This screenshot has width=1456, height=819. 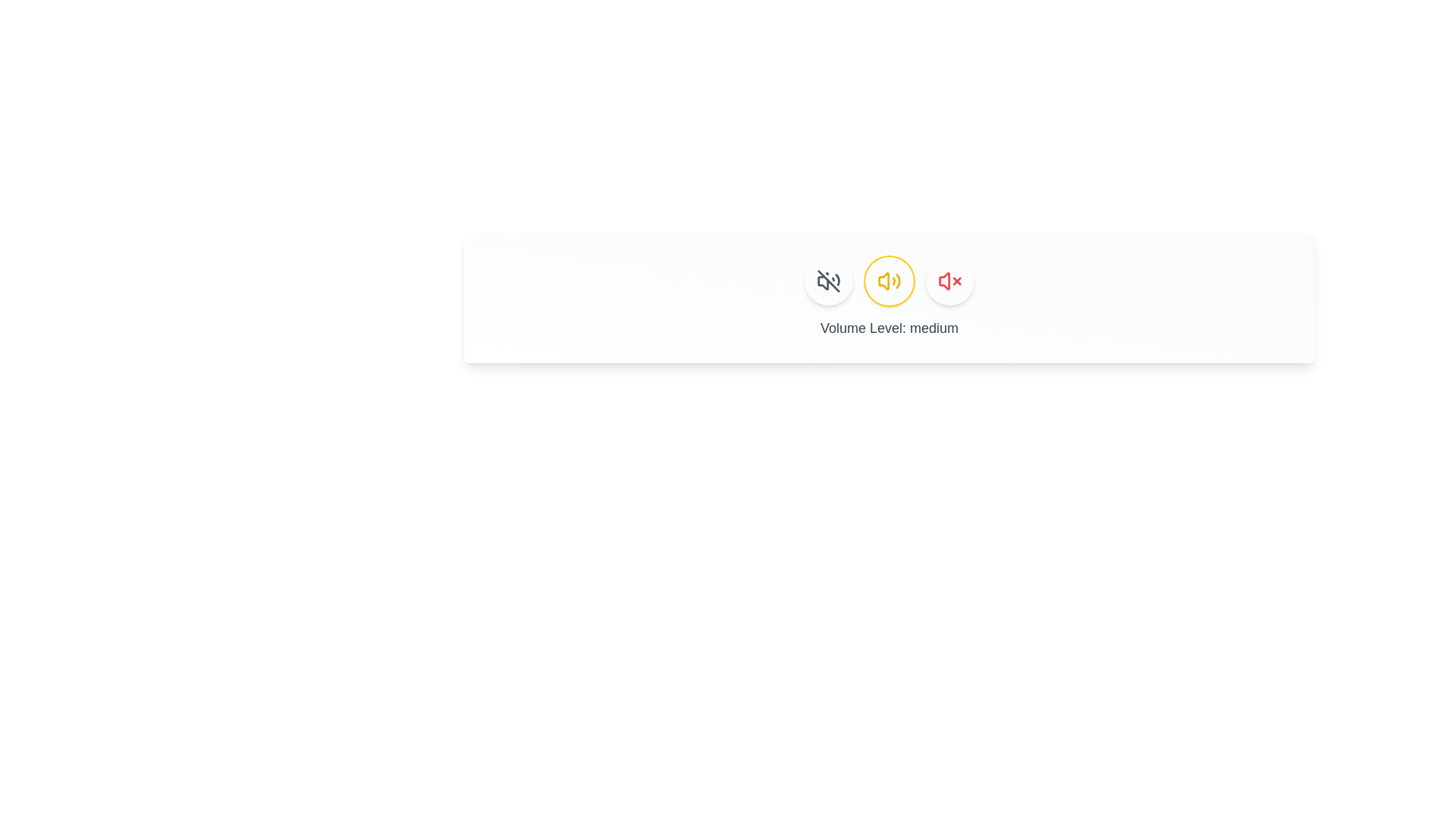 What do you see at coordinates (949, 281) in the screenshot?
I see `the button corresponding to silent to observe hover effects` at bounding box center [949, 281].